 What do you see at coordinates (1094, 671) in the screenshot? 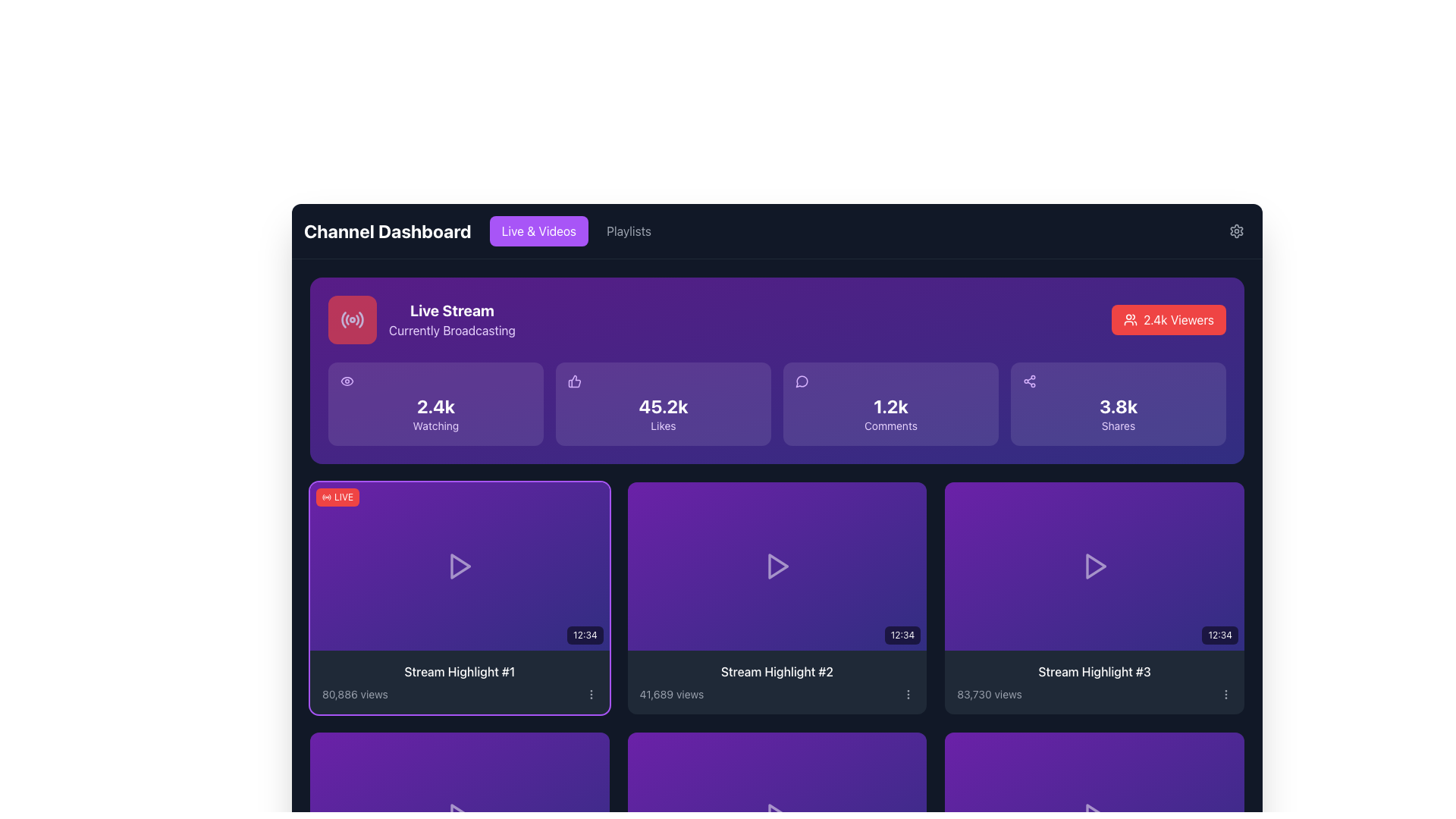
I see `the text label saying 'Stream Highlight #3', which is styled with a white font color against a dark background and positioned above the view count in the video highlights grid` at bounding box center [1094, 671].